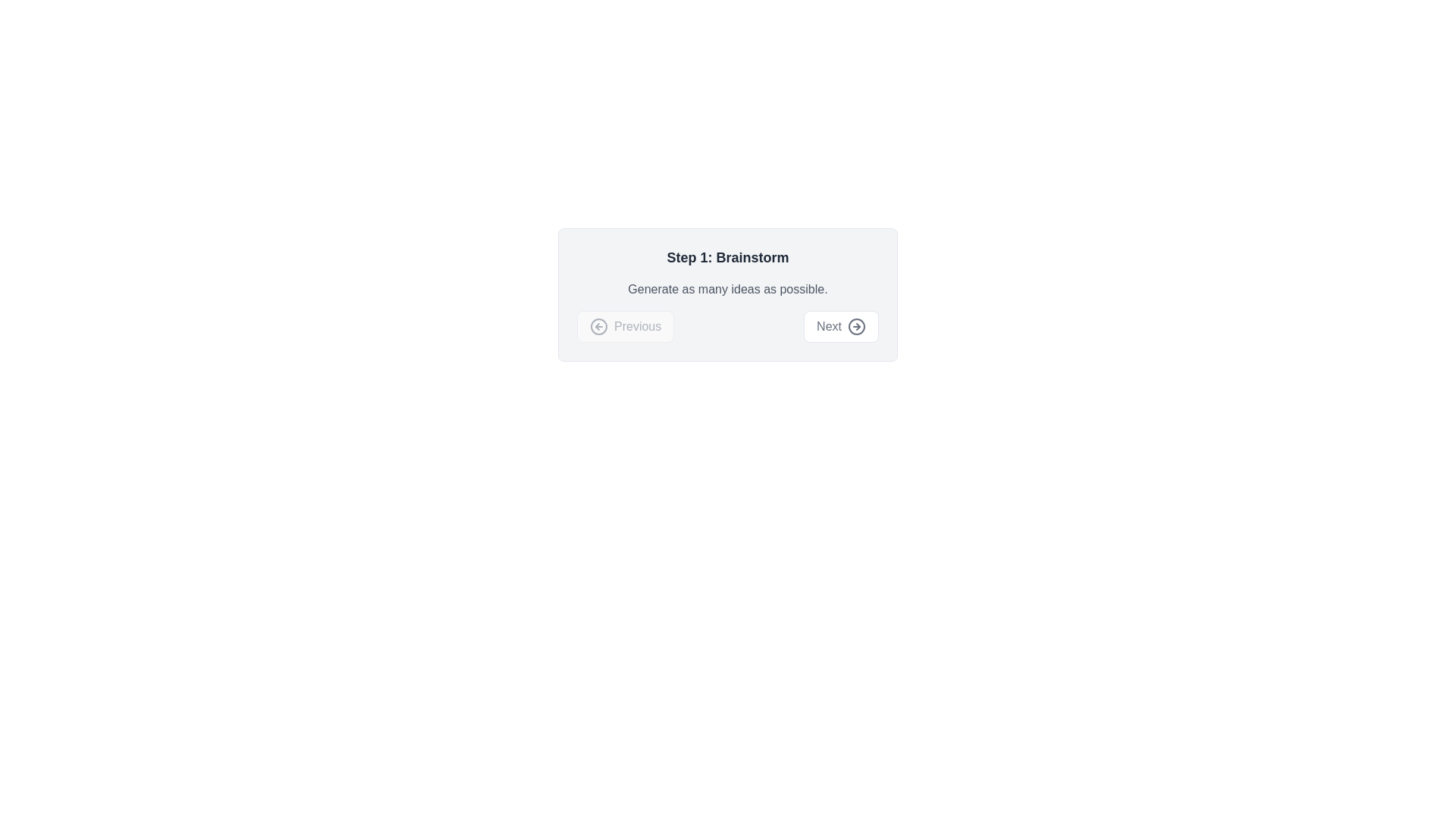 Image resolution: width=1456 pixels, height=819 pixels. I want to click on the backward navigation Icon located within the 'Previous' button on the bottom-left corner of the interface box to receive additional visual feedback, so click(598, 326).